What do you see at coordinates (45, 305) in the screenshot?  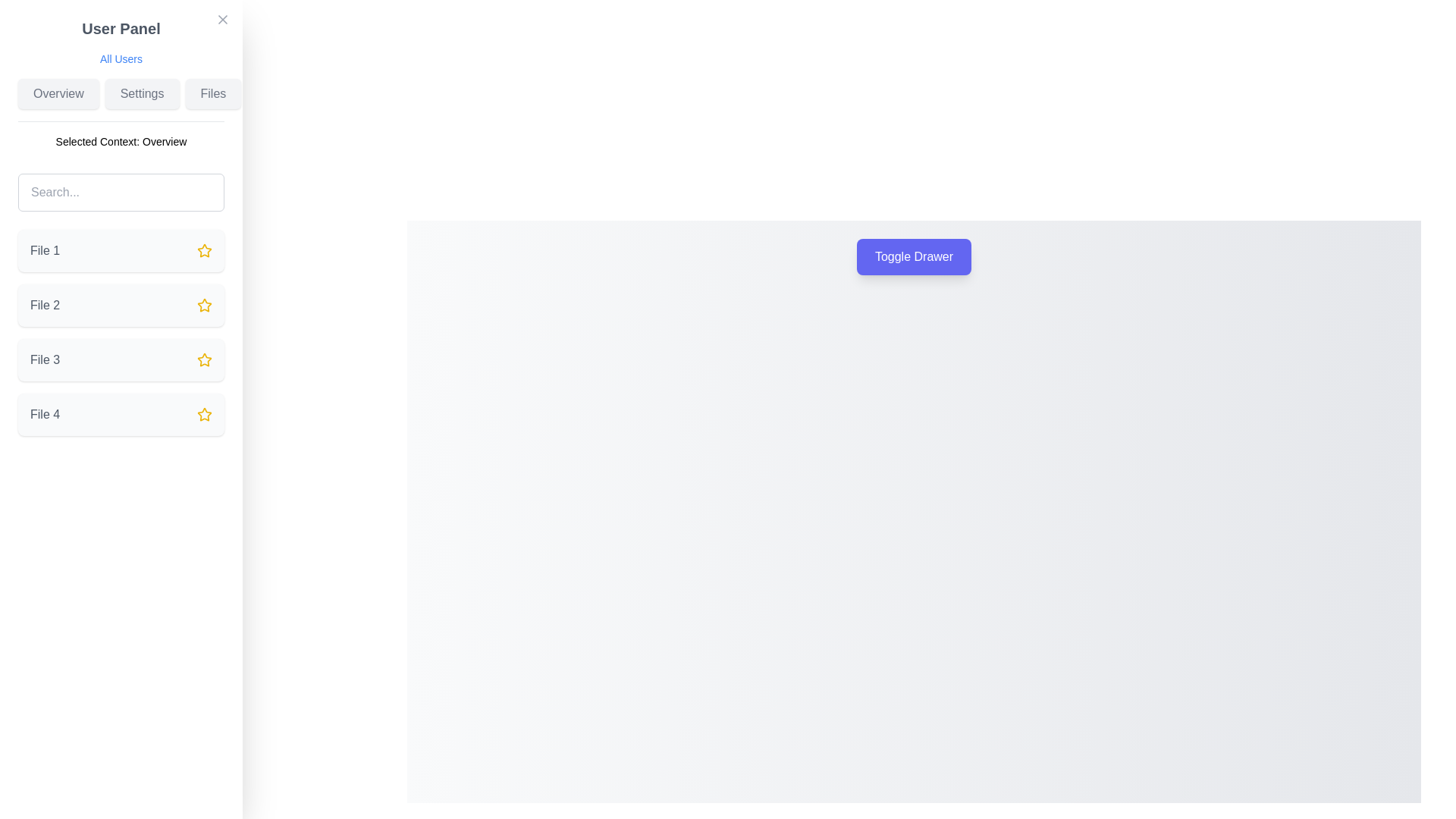 I see `the text label representing the second item in the list of files, located in the left-hand panel under 'Files'` at bounding box center [45, 305].